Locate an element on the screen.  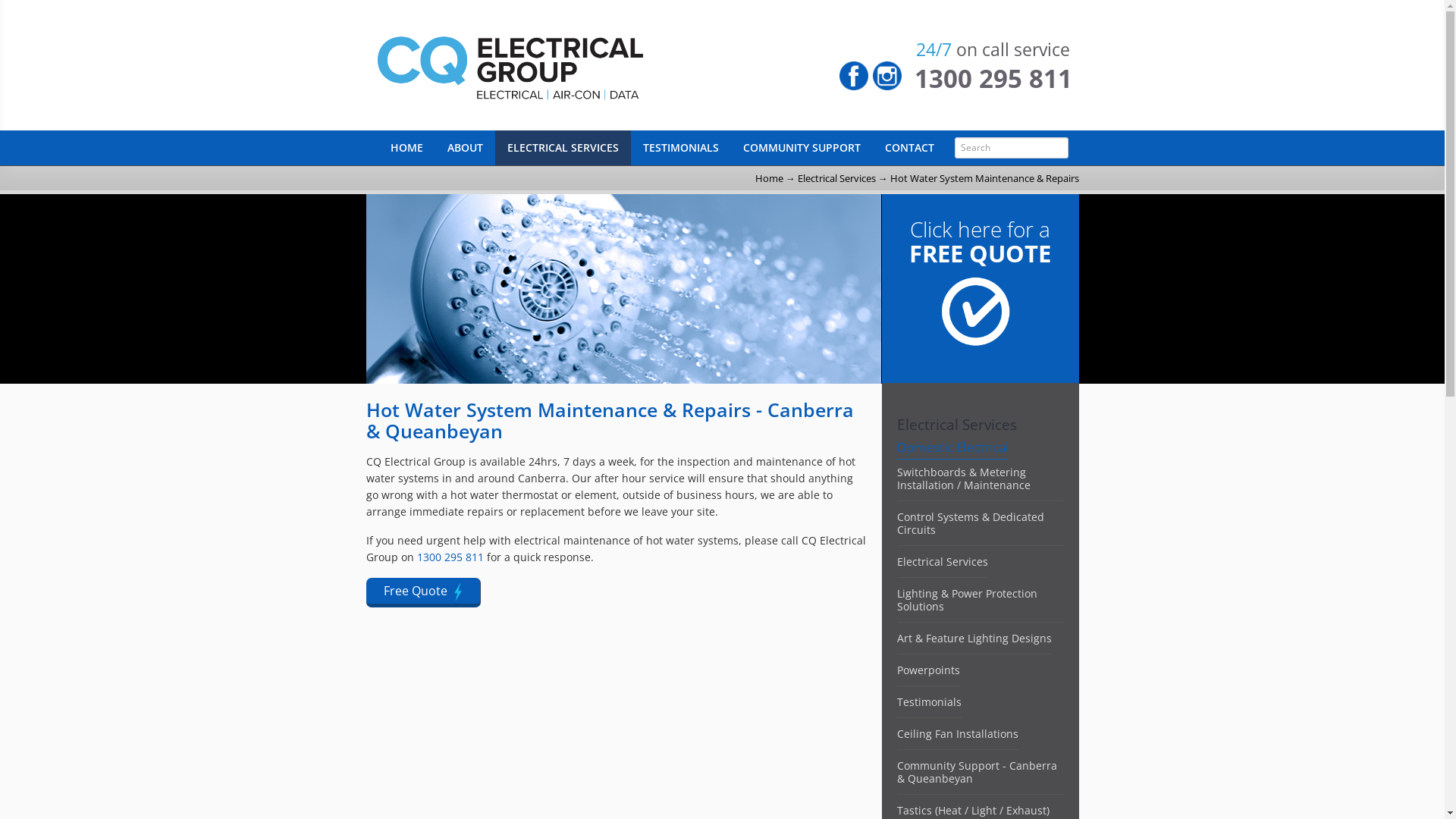
'Testimonials' is located at coordinates (927, 701).